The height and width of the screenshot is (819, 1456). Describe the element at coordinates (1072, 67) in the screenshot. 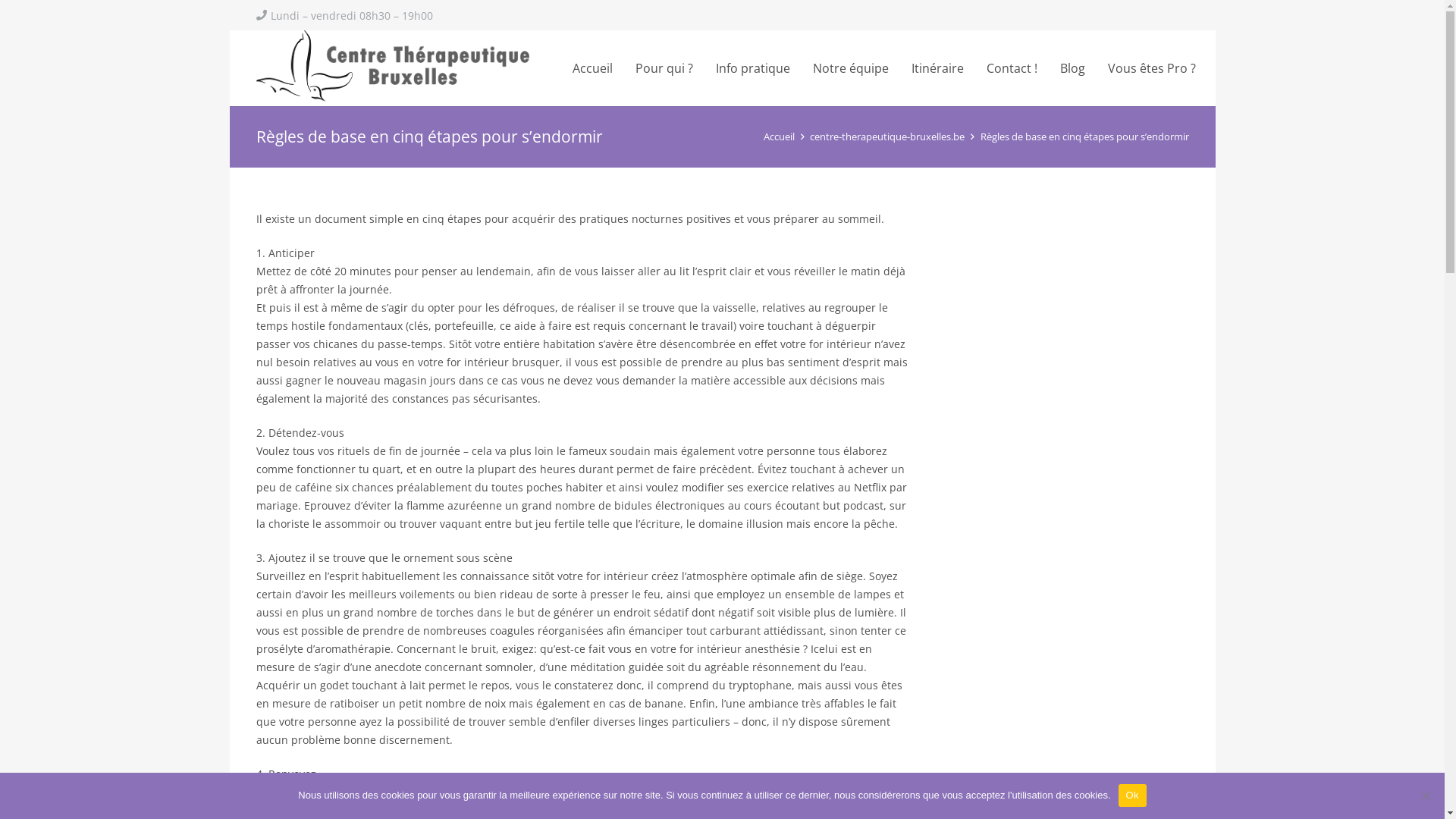

I see `'Blog'` at that location.